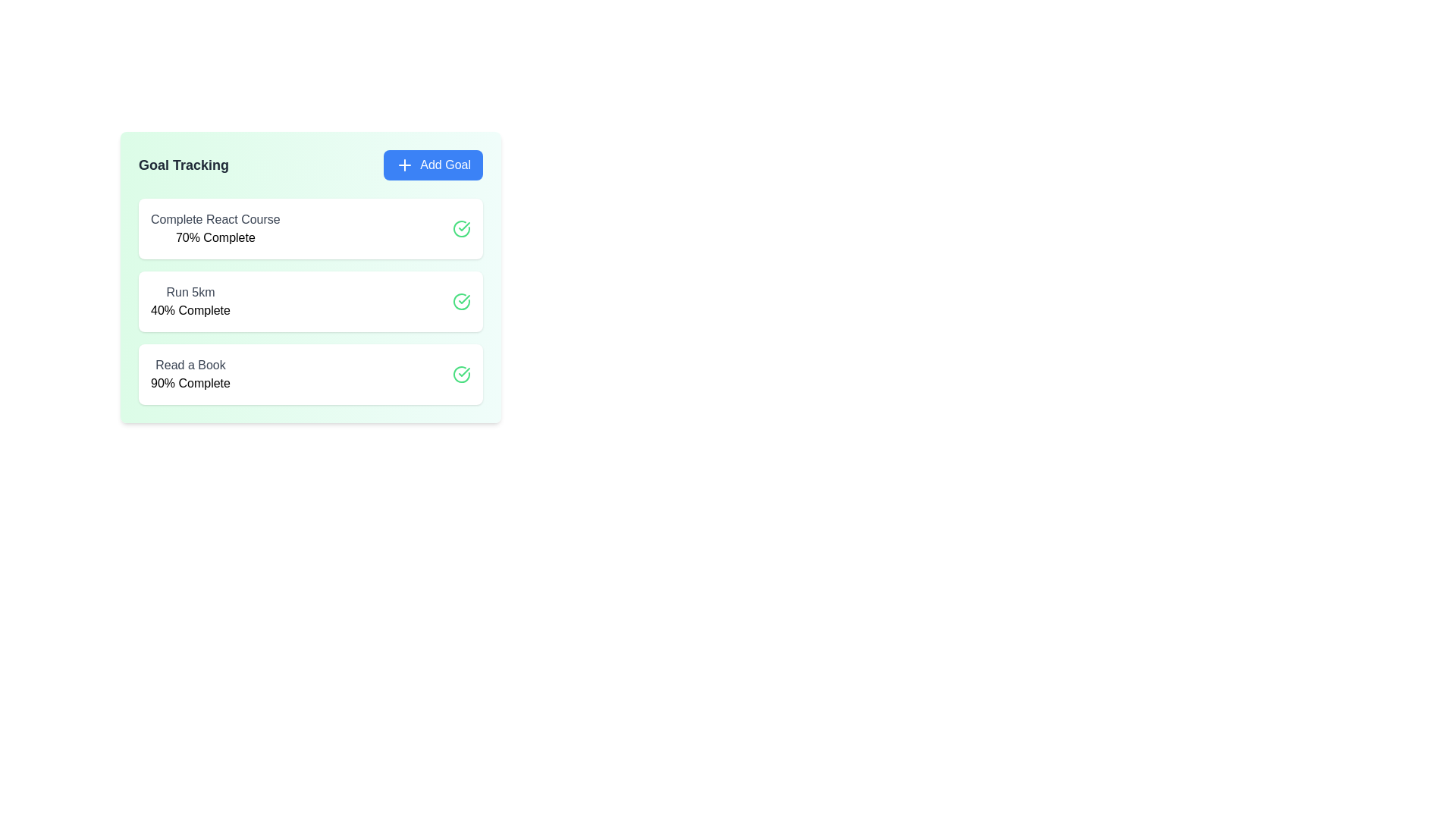 Image resolution: width=1456 pixels, height=819 pixels. I want to click on the Text Display Block that shows the task label 'Read a Book' and its completion percentage '90% Complete', located in the third card from the top, near the mid-left section above a circular green icon, so click(190, 374).